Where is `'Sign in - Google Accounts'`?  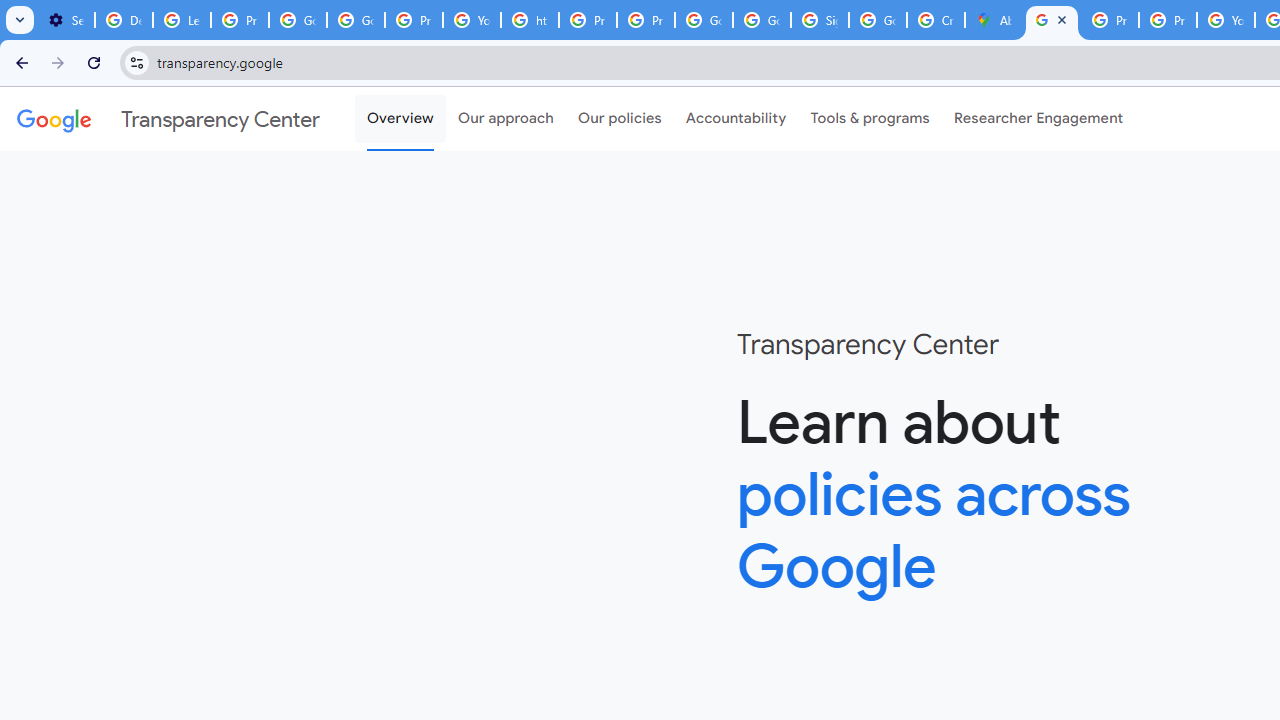
'Sign in - Google Accounts' is located at coordinates (819, 20).